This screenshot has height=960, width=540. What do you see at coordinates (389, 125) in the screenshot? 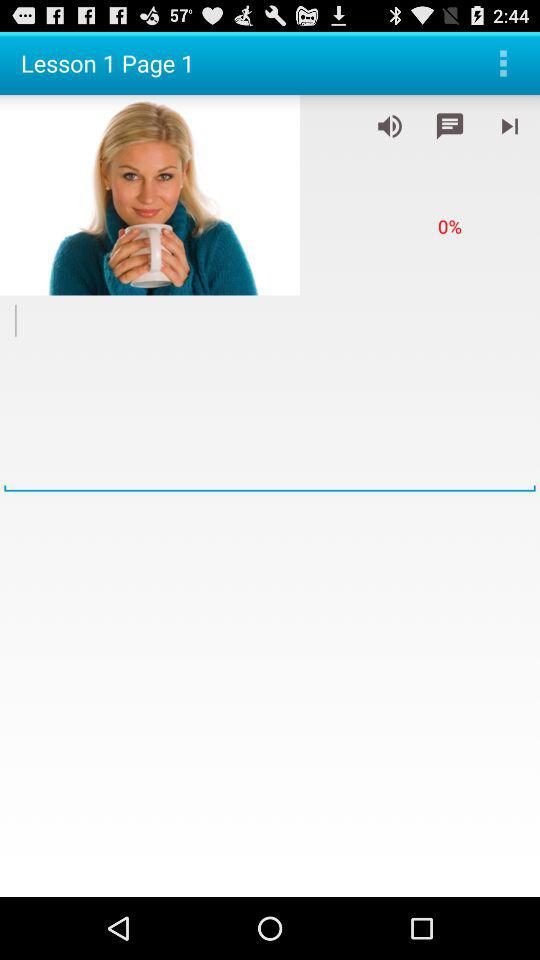
I see `adjust volume` at bounding box center [389, 125].